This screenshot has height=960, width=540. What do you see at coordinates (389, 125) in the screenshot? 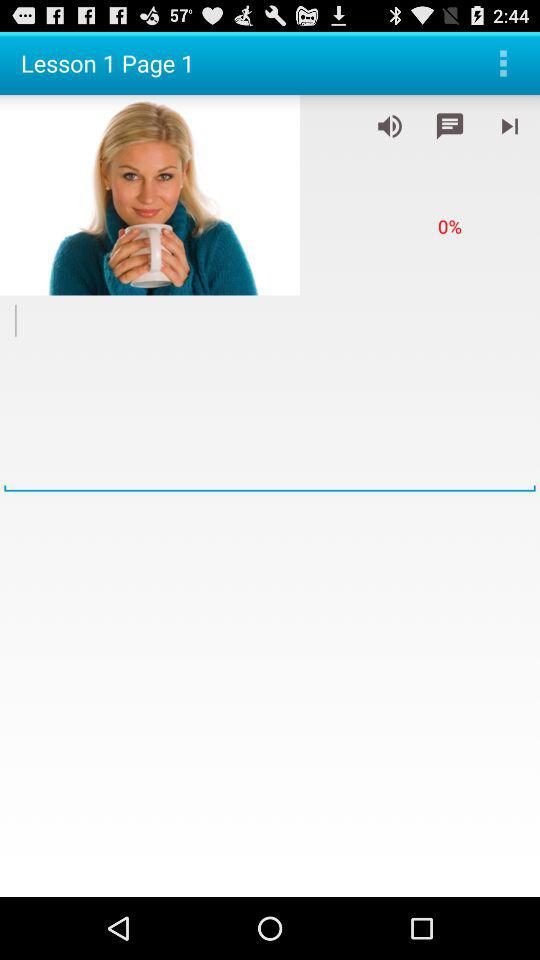
I see `adjust volume` at bounding box center [389, 125].